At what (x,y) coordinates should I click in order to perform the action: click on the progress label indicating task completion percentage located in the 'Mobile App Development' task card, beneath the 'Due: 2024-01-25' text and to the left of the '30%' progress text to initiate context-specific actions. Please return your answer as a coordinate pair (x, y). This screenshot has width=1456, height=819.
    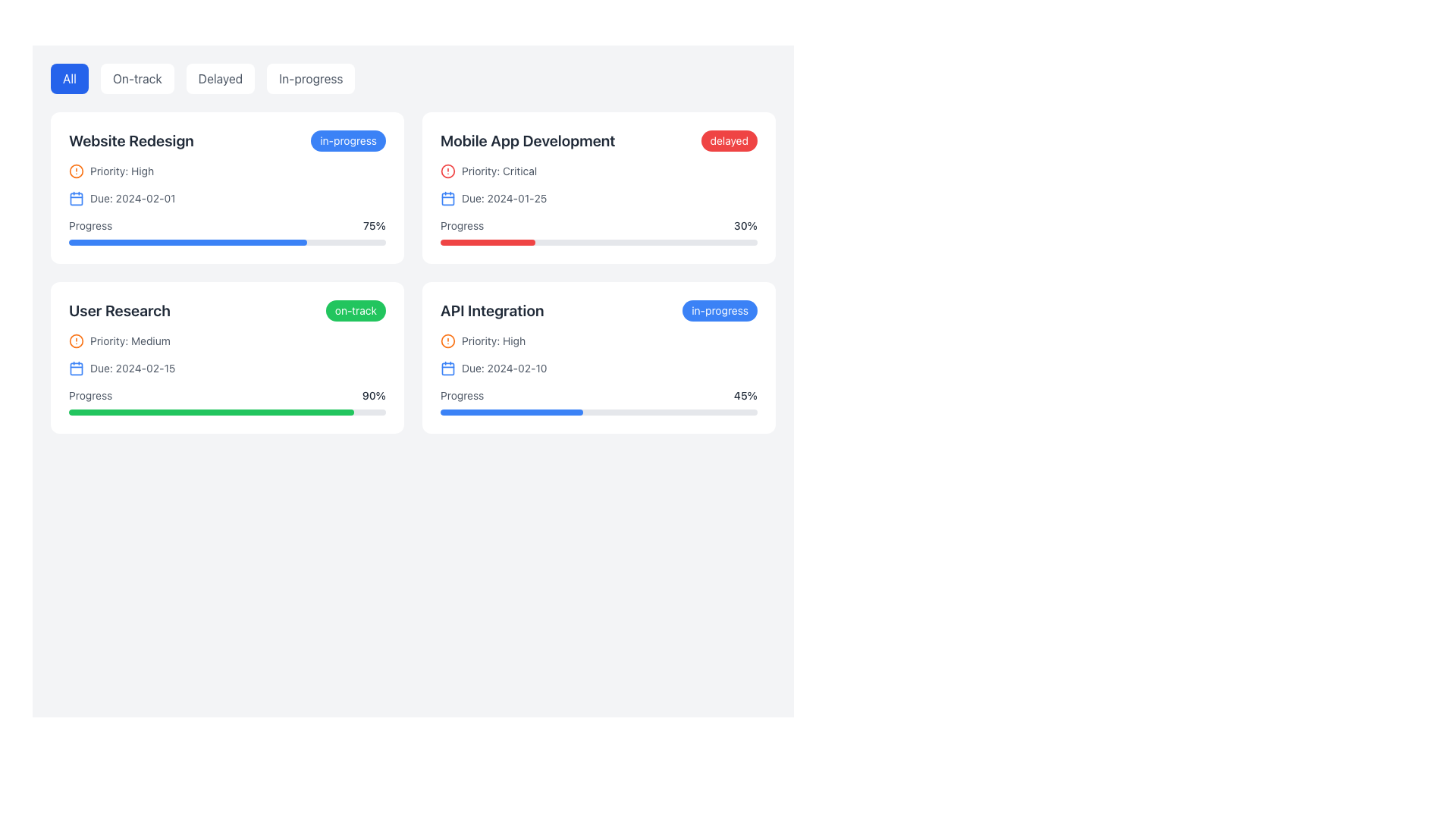
    Looking at the image, I should click on (461, 225).